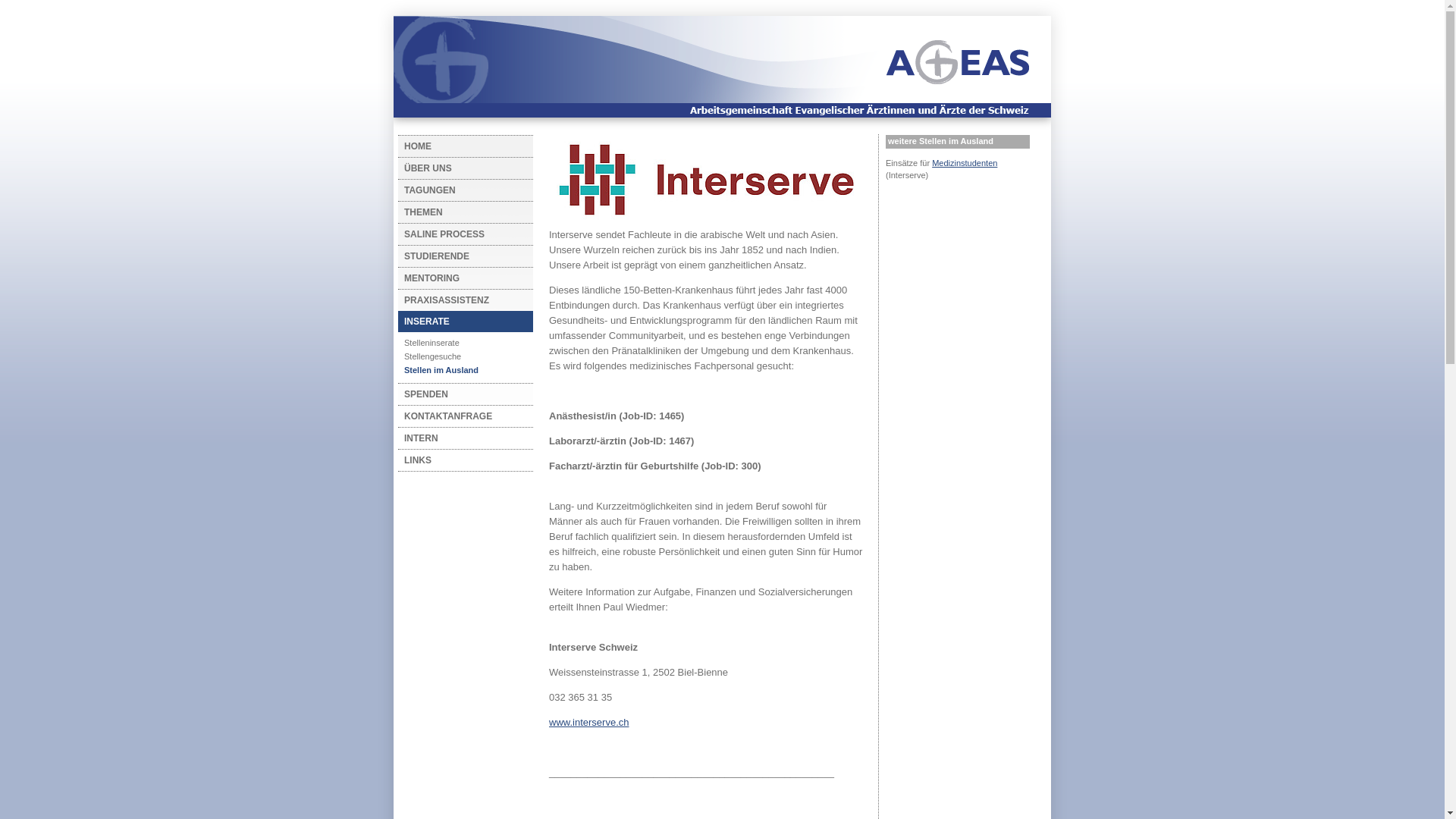 The image size is (1456, 819). What do you see at coordinates (460, 356) in the screenshot?
I see `'Stellengesuche'` at bounding box center [460, 356].